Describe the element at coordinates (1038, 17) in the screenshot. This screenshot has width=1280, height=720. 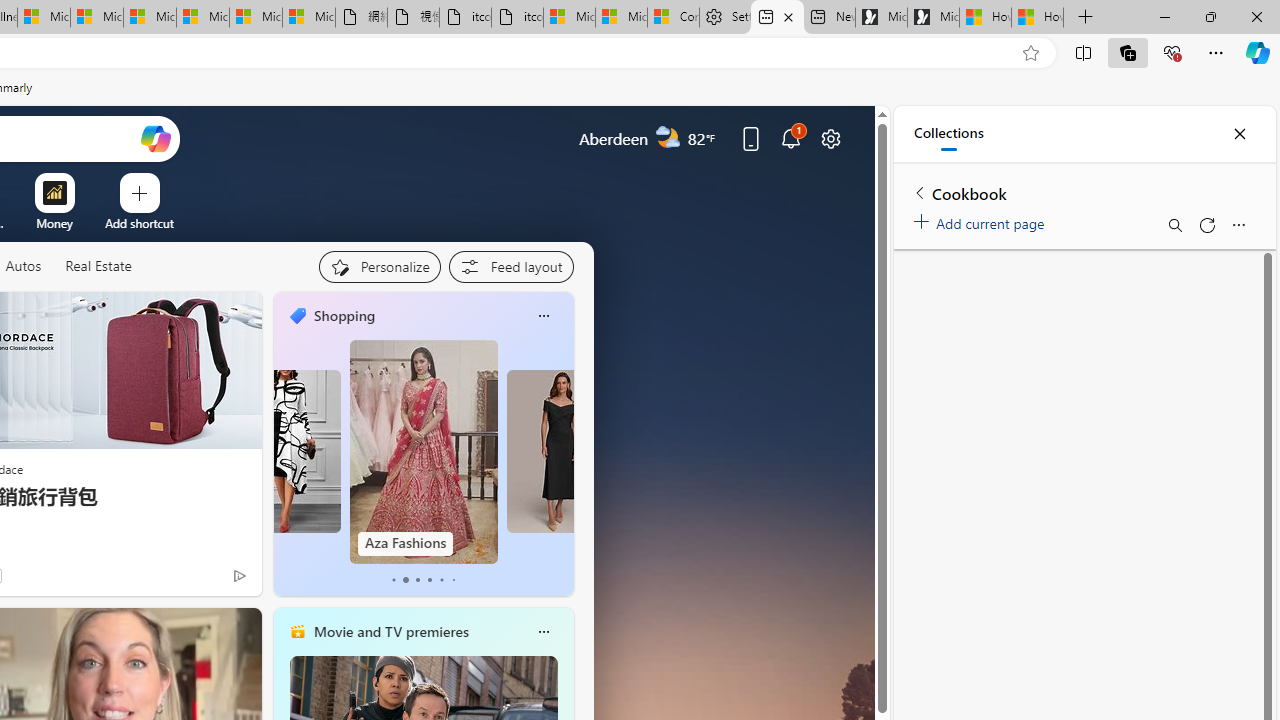
I see `'How to Use a TV as a Computer Monitor'` at that location.